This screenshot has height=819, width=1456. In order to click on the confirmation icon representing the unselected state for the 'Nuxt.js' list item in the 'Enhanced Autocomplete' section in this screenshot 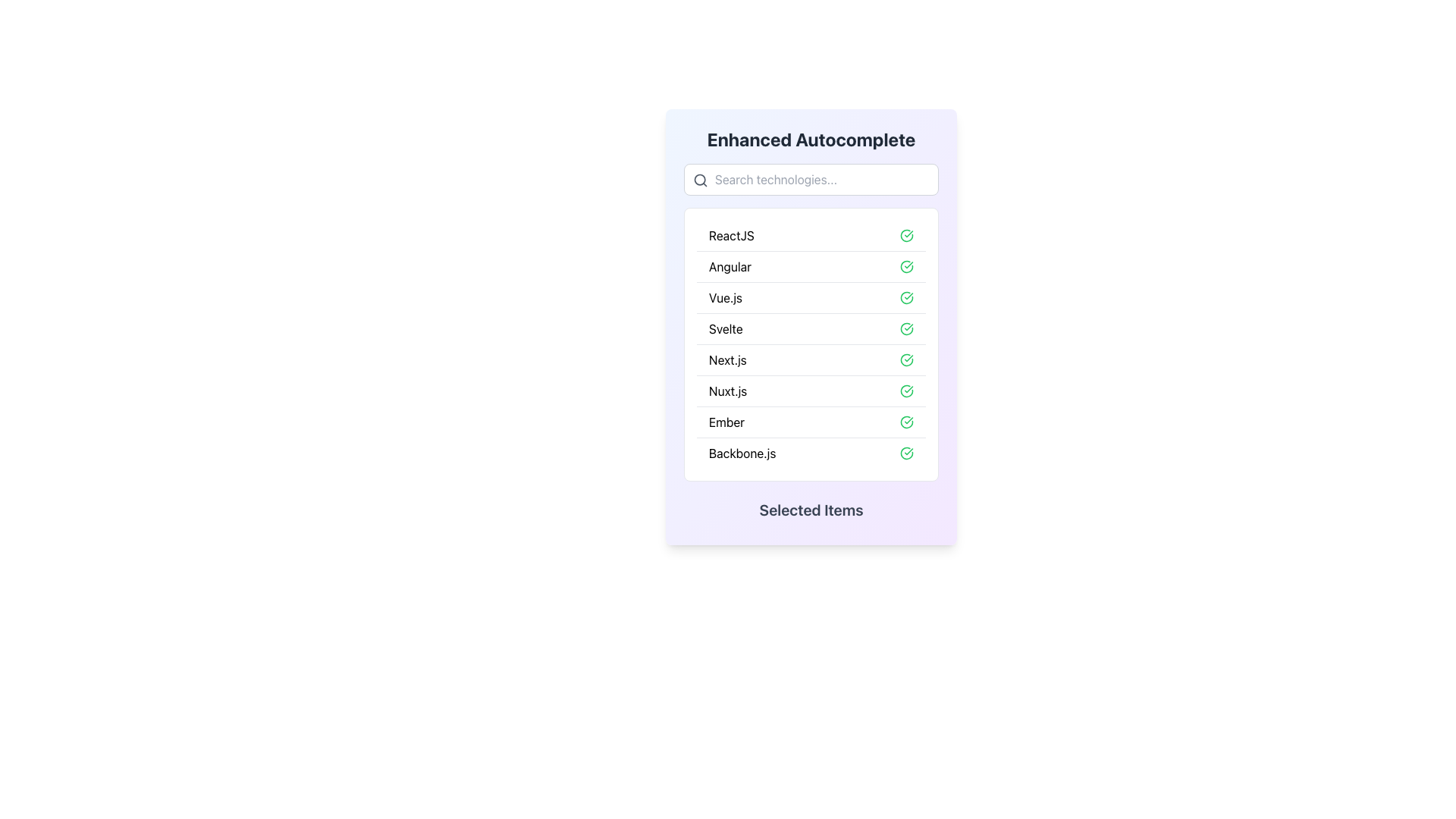, I will do `click(906, 391)`.